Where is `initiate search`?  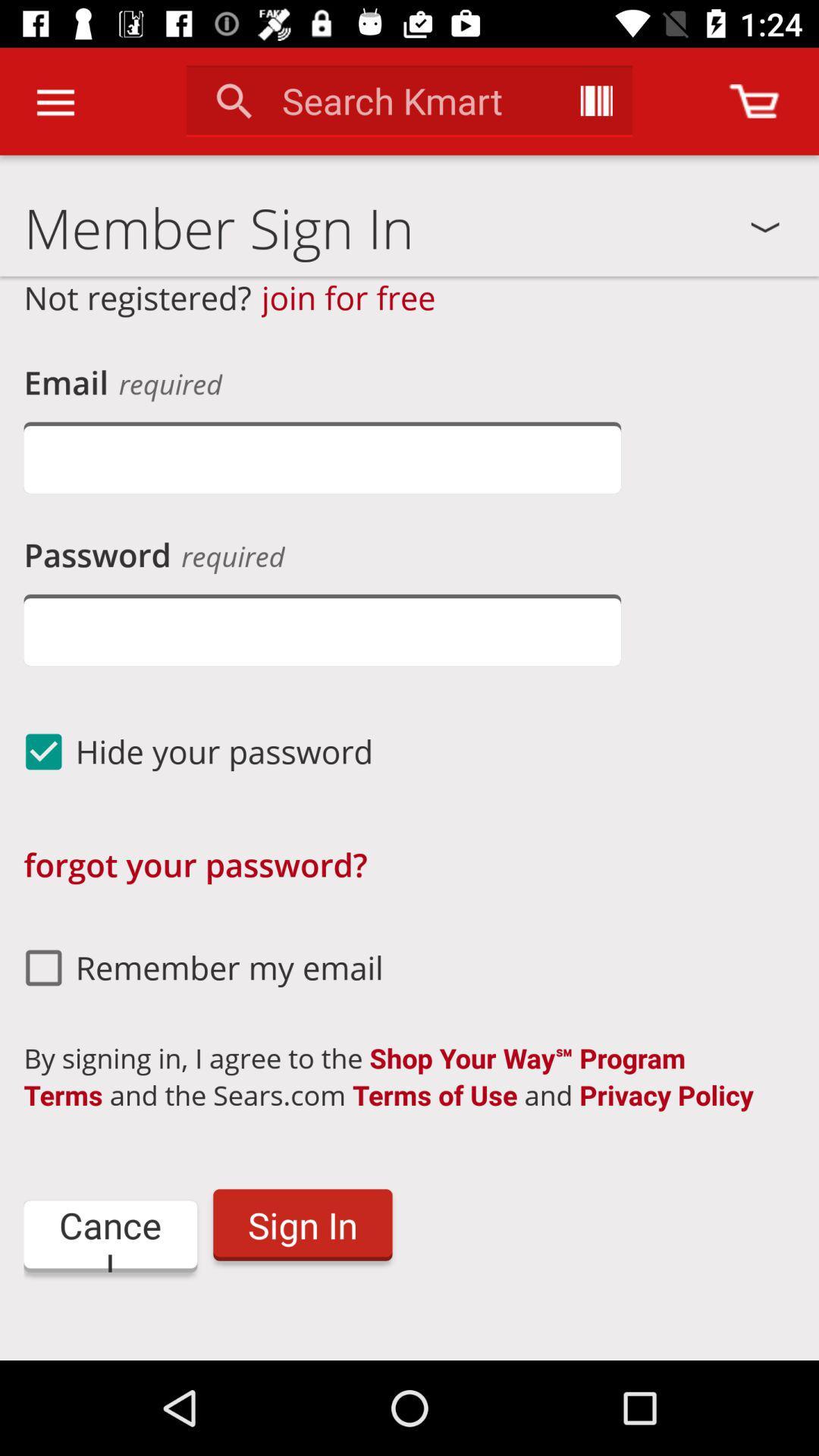 initiate search is located at coordinates (595, 100).